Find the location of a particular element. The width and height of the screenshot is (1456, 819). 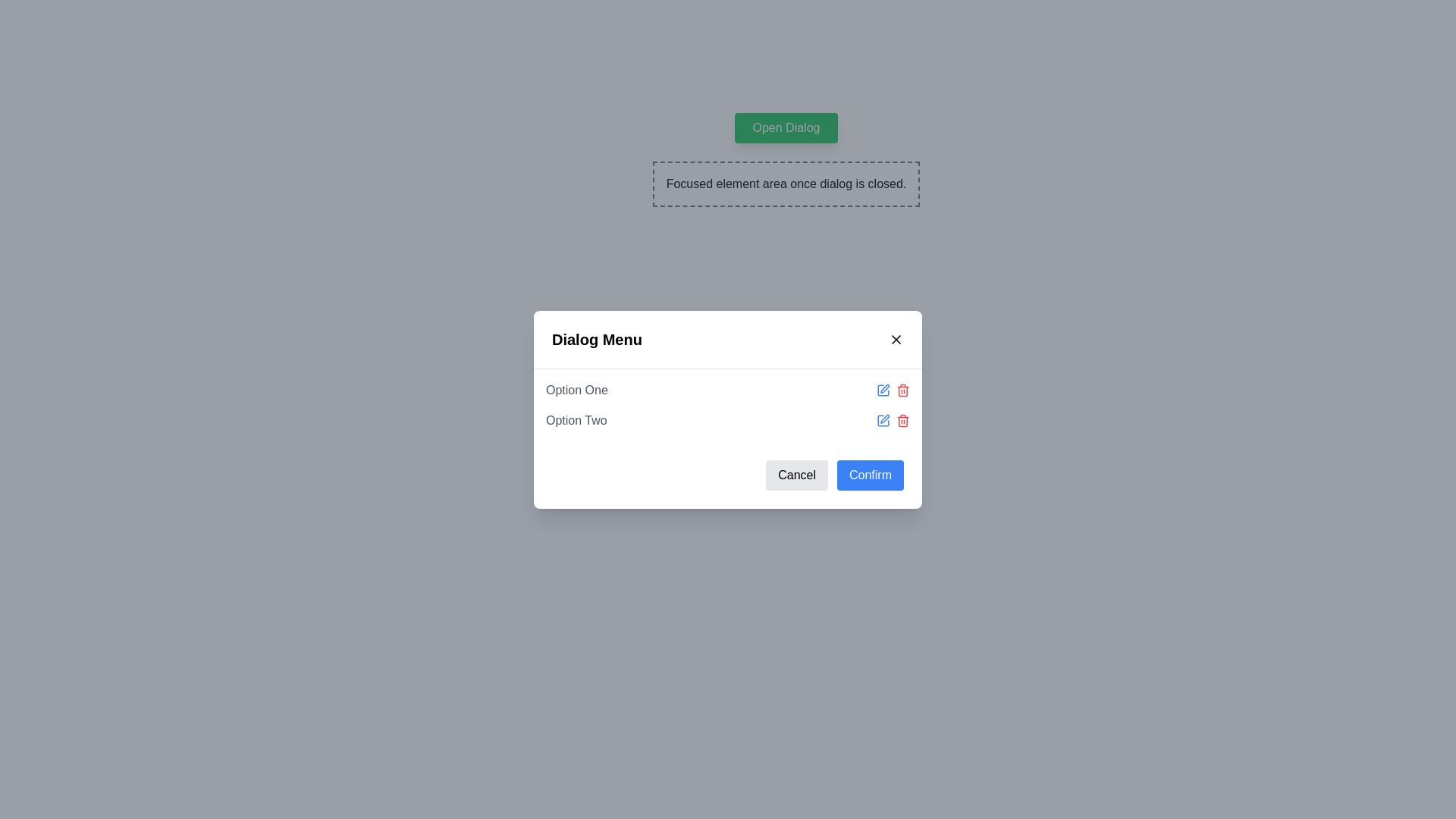

the pencil tool icon located within the modal dialog box, adjacent to the text labeled 'Option One' is located at coordinates (885, 388).